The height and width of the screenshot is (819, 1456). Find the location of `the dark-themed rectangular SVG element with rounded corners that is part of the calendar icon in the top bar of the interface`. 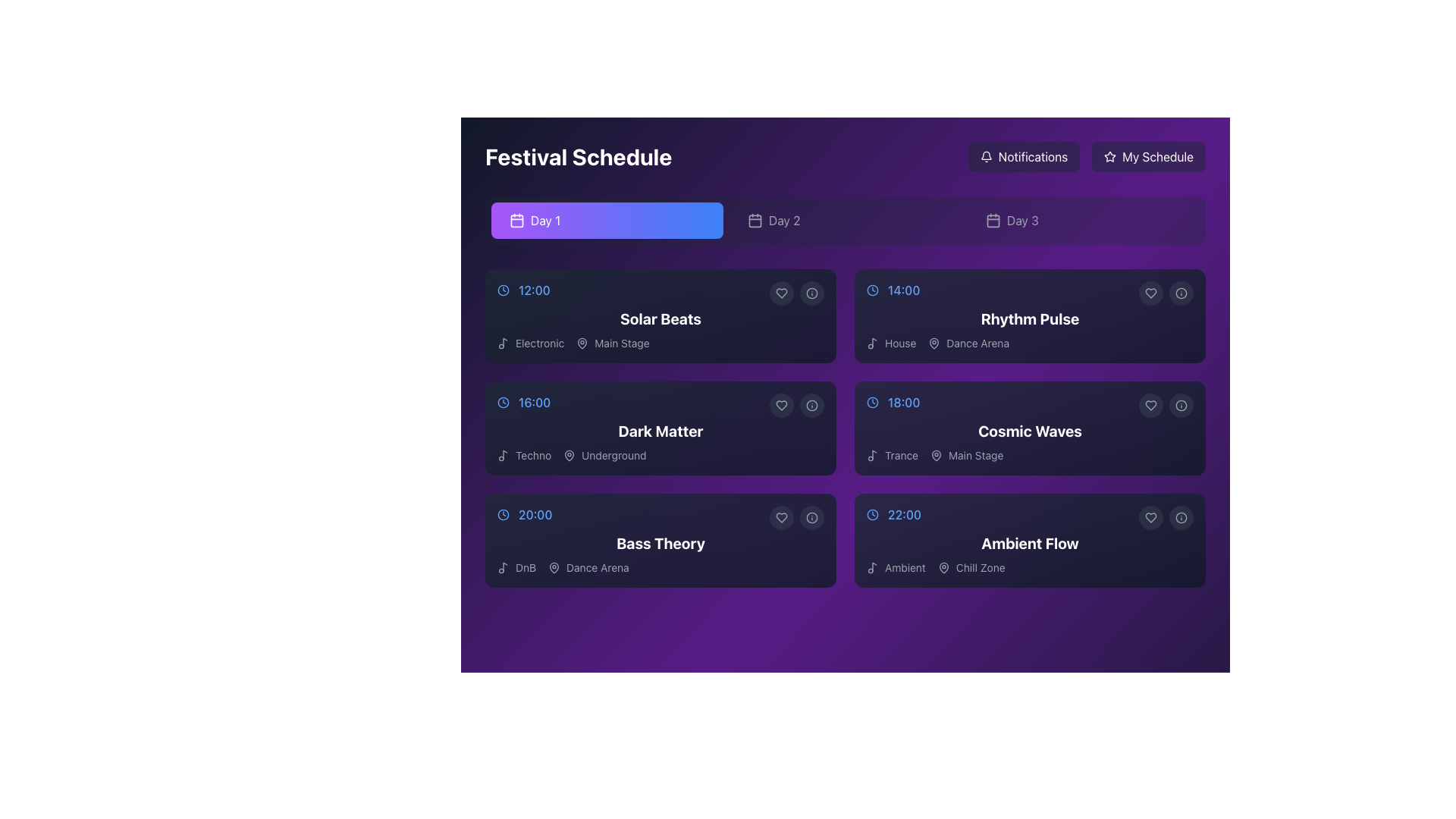

the dark-themed rectangular SVG element with rounded corners that is part of the calendar icon in the top bar of the interface is located at coordinates (755, 220).